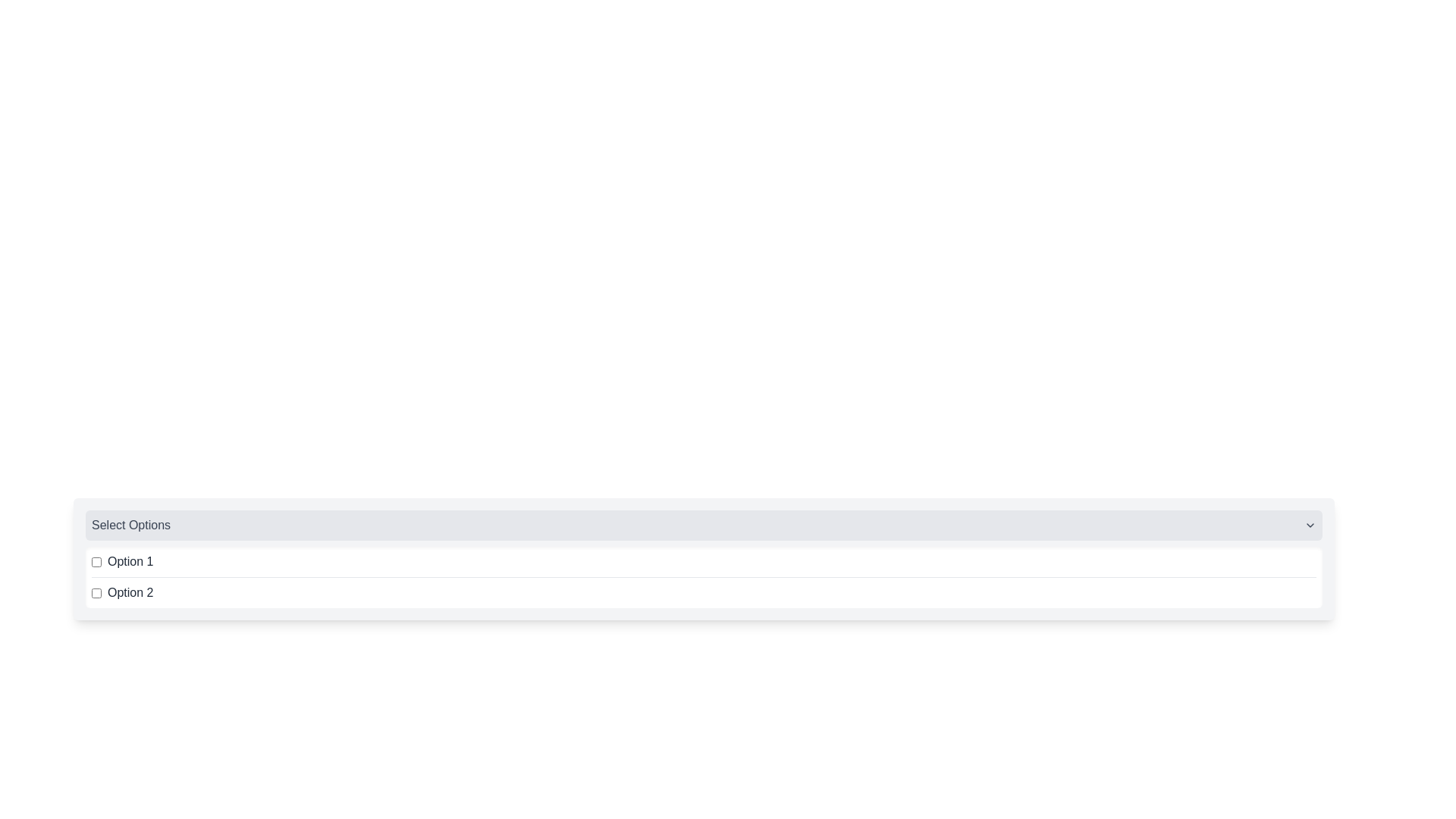  Describe the element at coordinates (130, 561) in the screenshot. I see `the text label 'Option 1' which describes the adjacent checkbox` at that location.